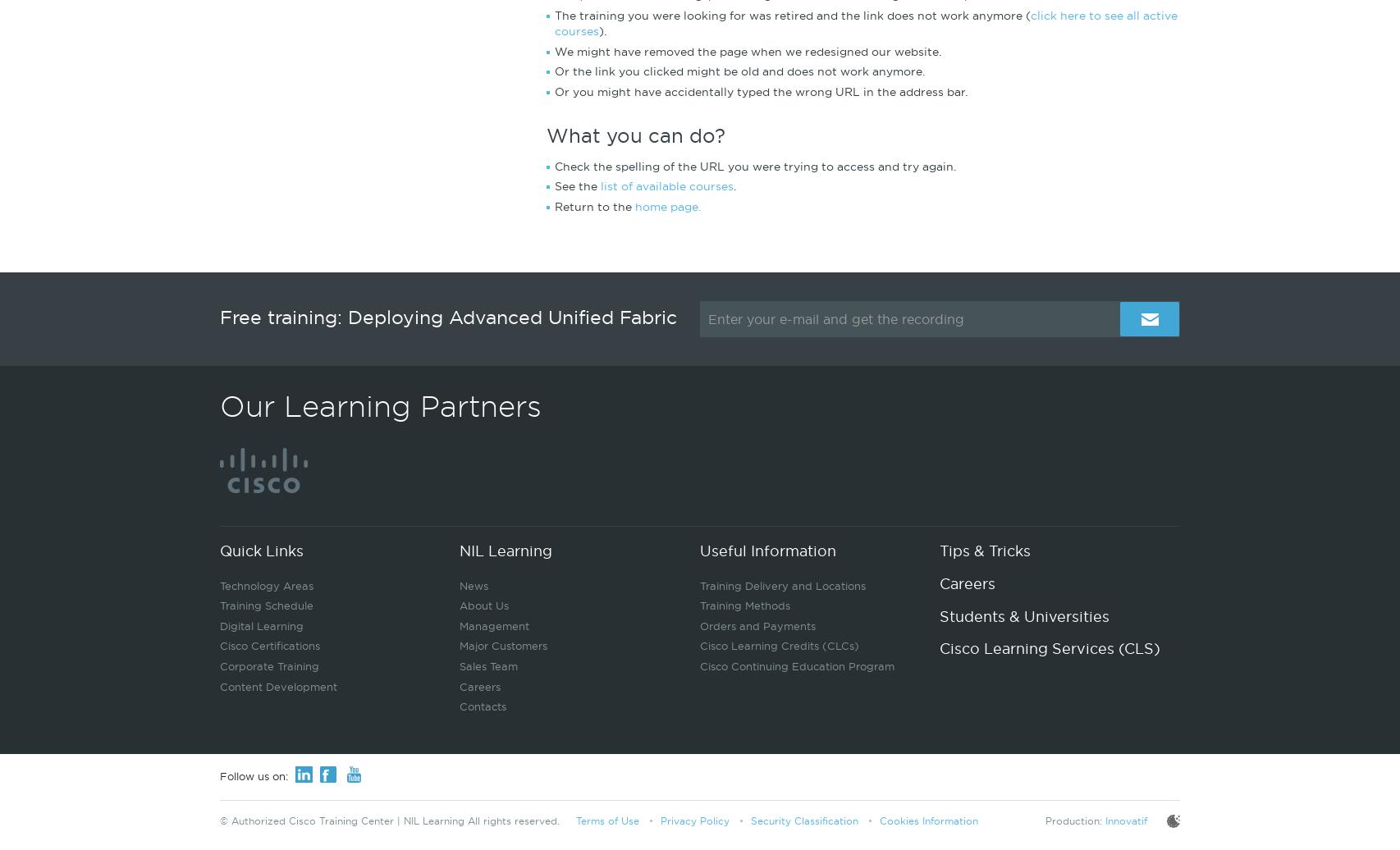  Describe the element at coordinates (483, 606) in the screenshot. I see `'About Us'` at that location.